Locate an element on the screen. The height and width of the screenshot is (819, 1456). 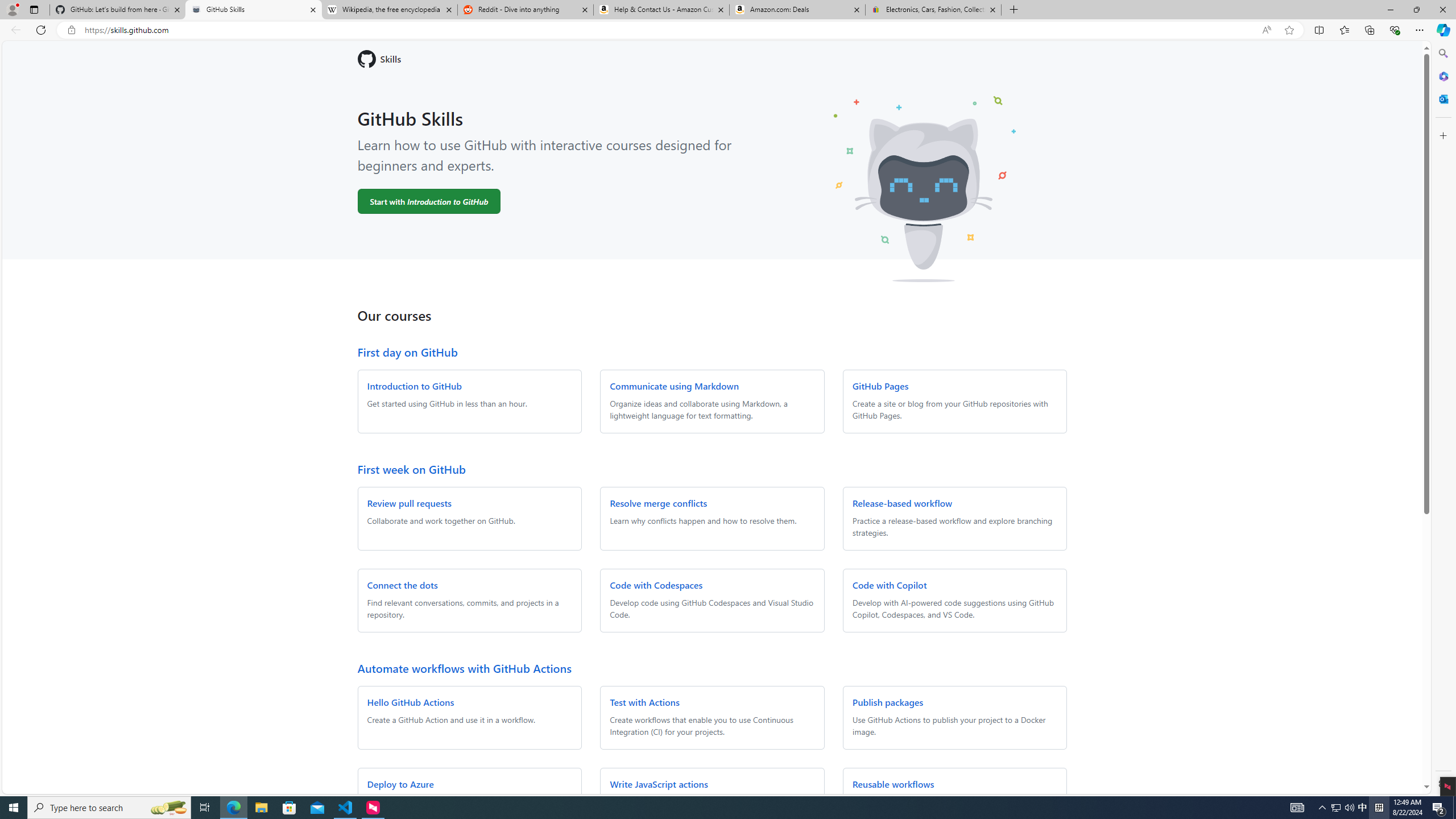
'Reusable workflows' is located at coordinates (892, 784).